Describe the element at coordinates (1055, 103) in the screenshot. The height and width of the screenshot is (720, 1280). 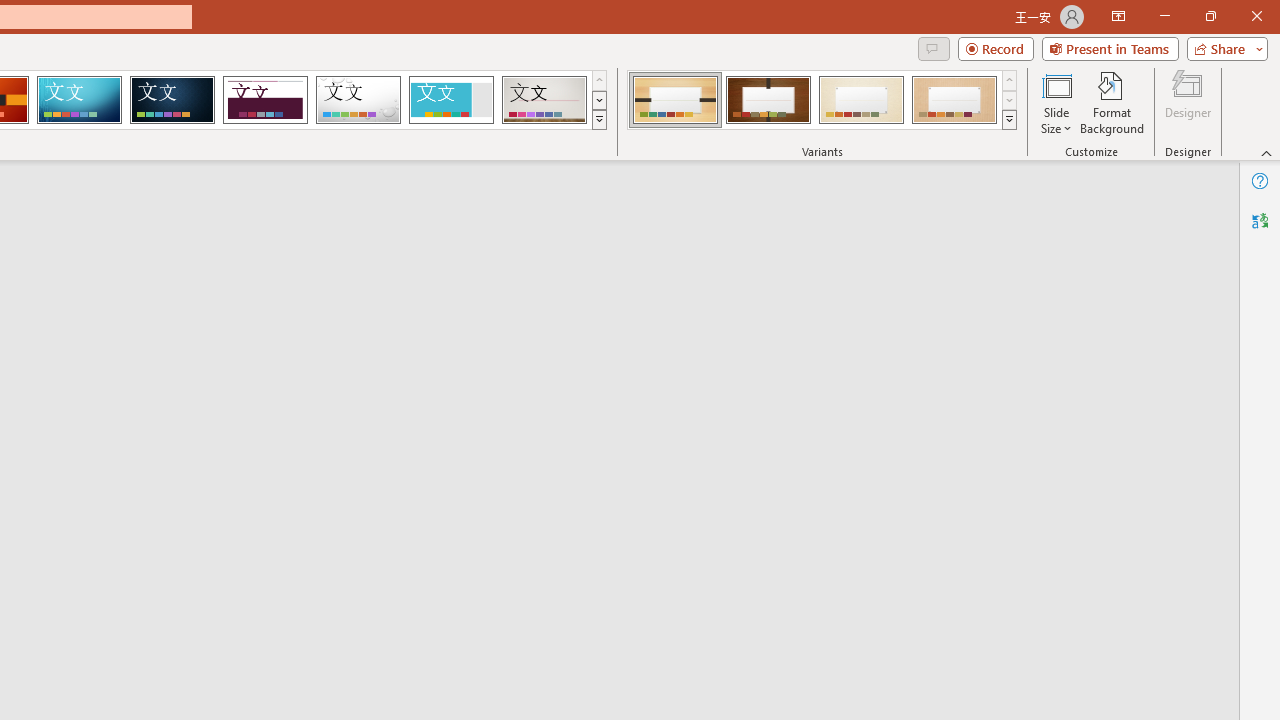
I see `'Slide Size'` at that location.